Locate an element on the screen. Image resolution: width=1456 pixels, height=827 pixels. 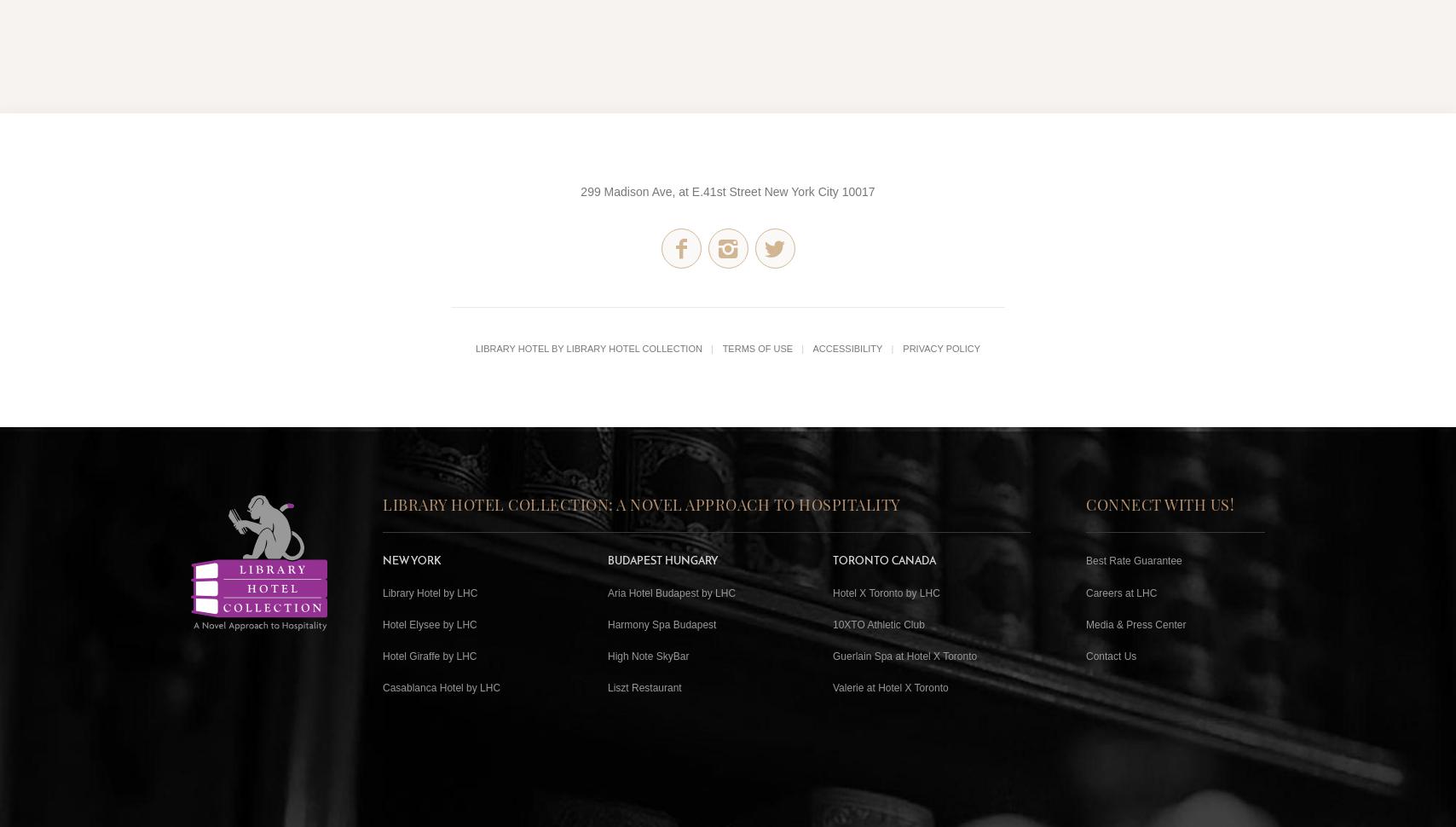
'Guerlain Spa at Hotel X Toronto' is located at coordinates (904, 655).